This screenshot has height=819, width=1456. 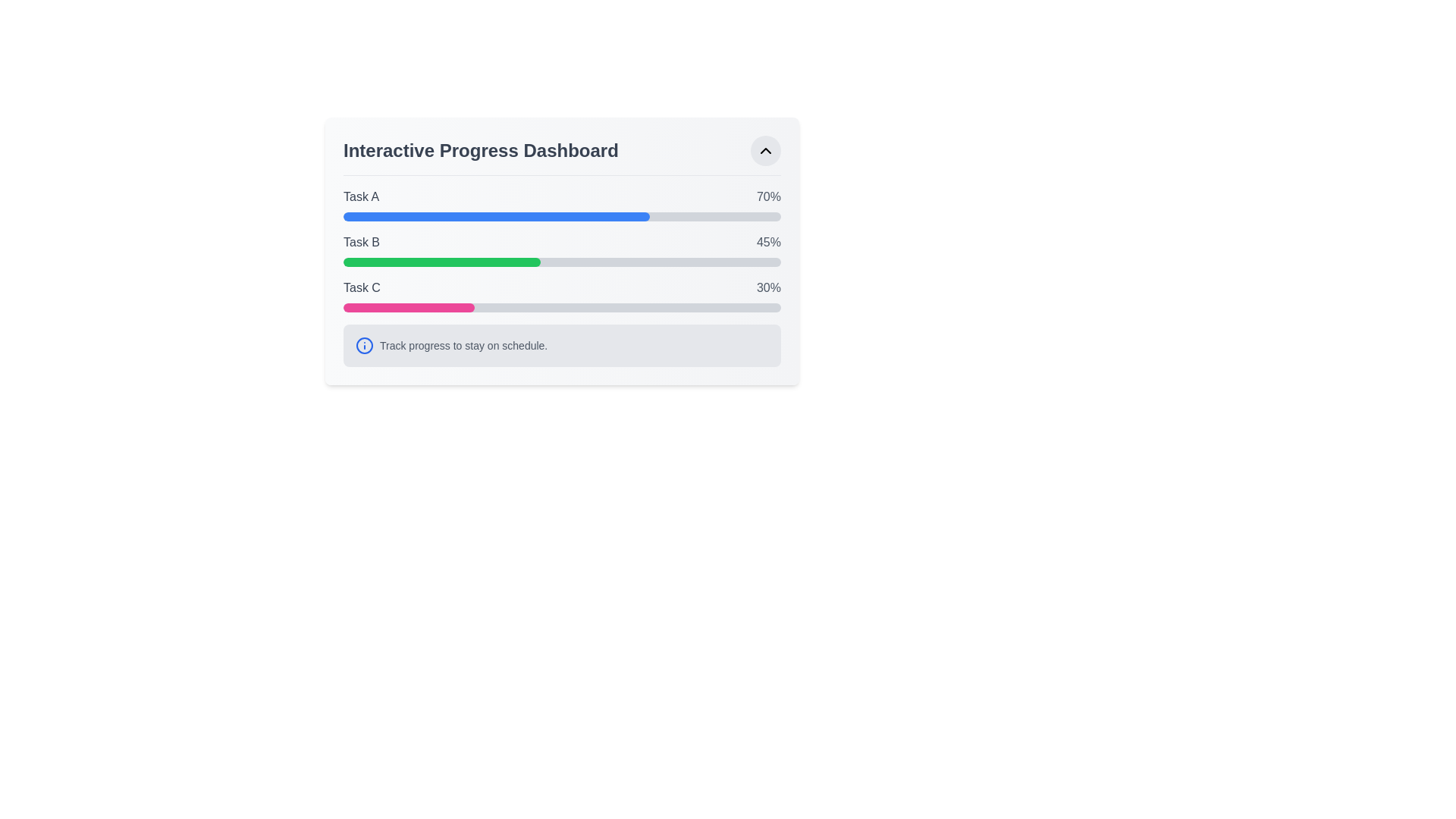 I want to click on the information icon located to the left of the text 'Track progress to stay on schedule', so click(x=364, y=345).